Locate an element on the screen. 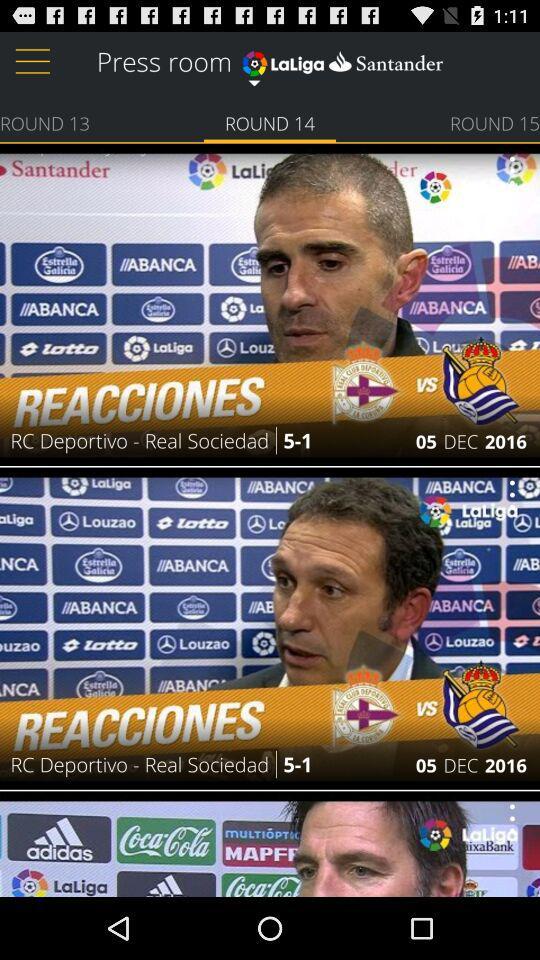 The image size is (540, 960). the item to the right of press room app is located at coordinates (341, 58).